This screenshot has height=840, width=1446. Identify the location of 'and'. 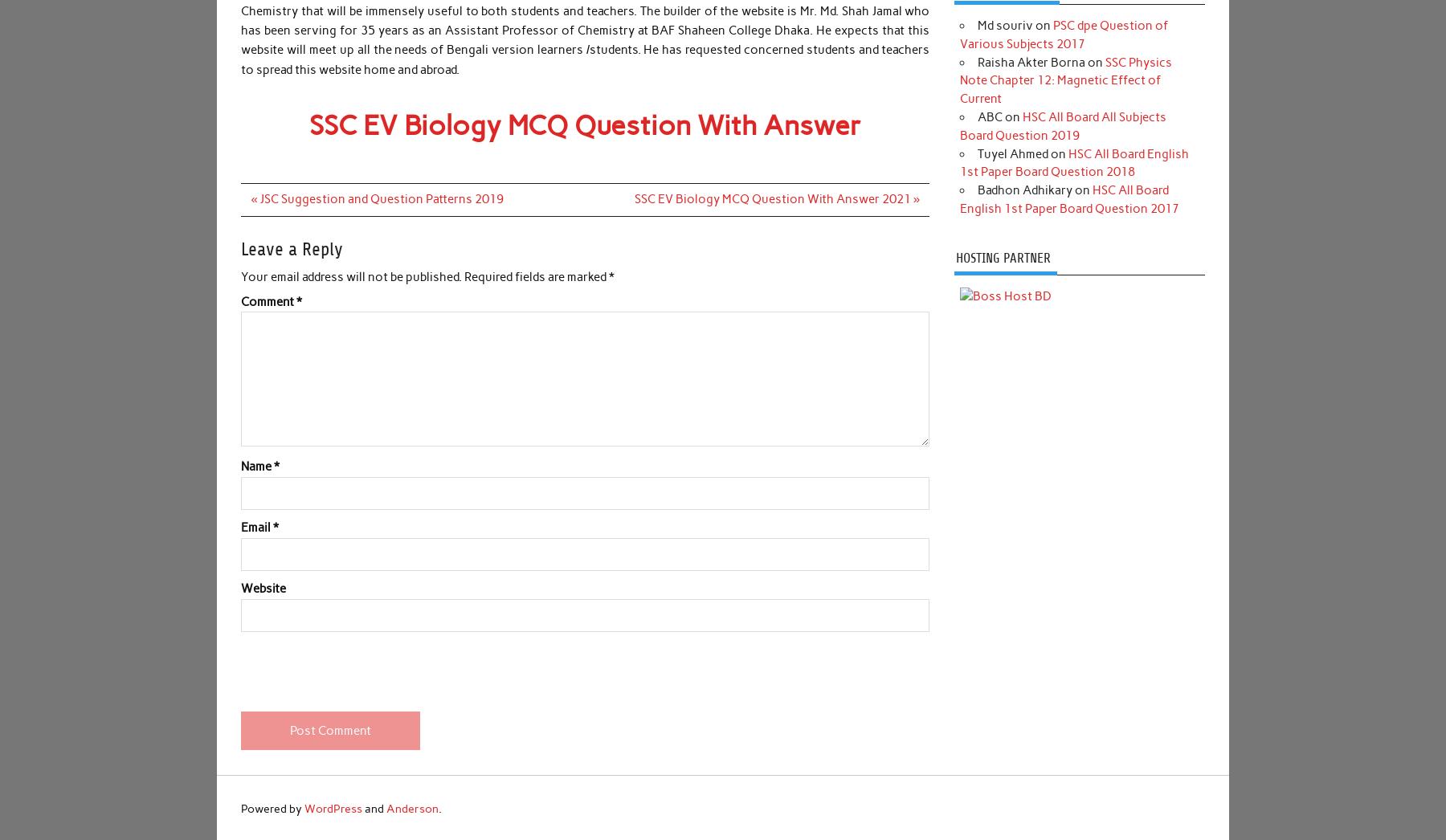
(374, 808).